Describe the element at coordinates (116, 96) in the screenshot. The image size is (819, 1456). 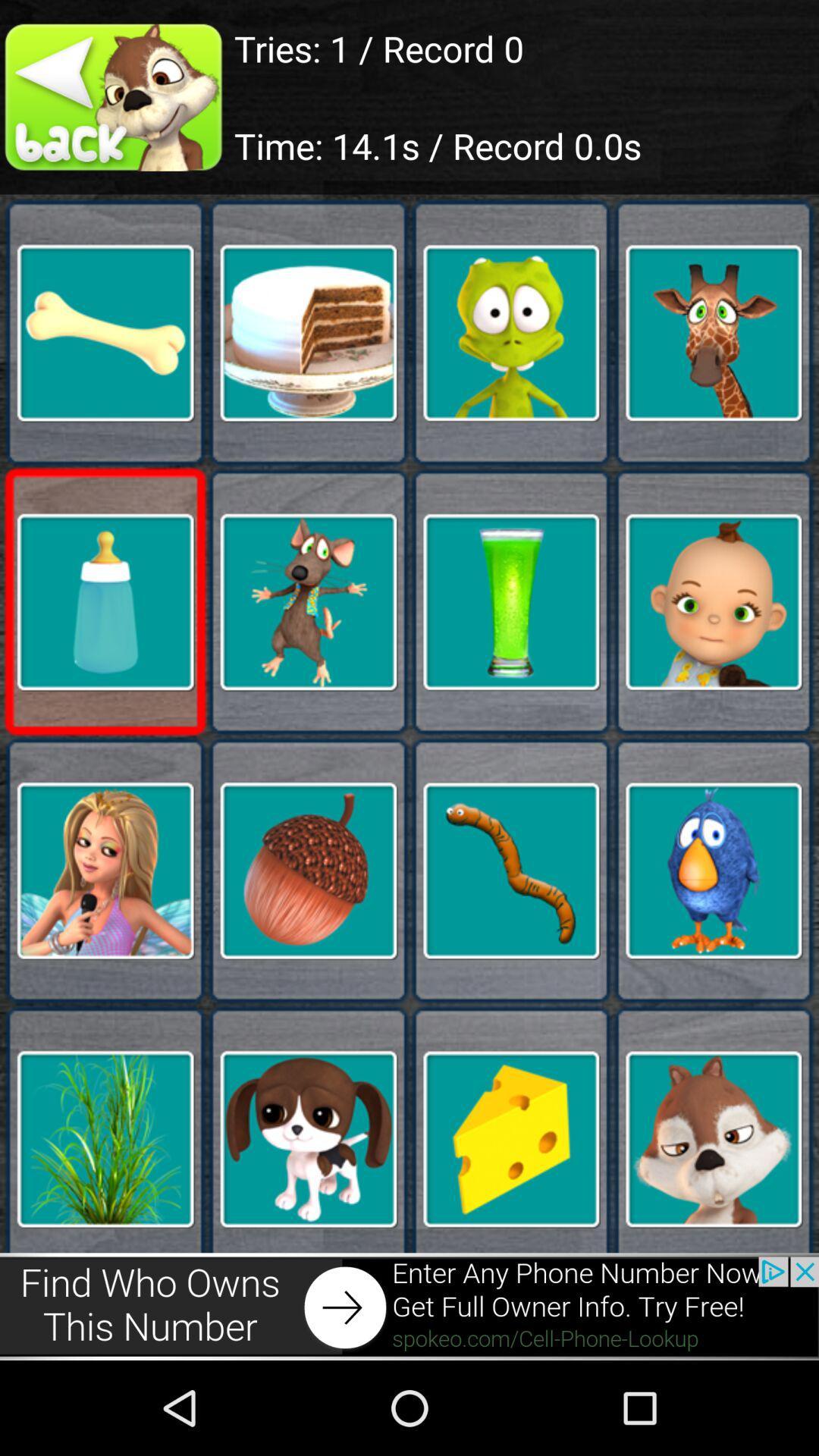
I see `previous` at that location.